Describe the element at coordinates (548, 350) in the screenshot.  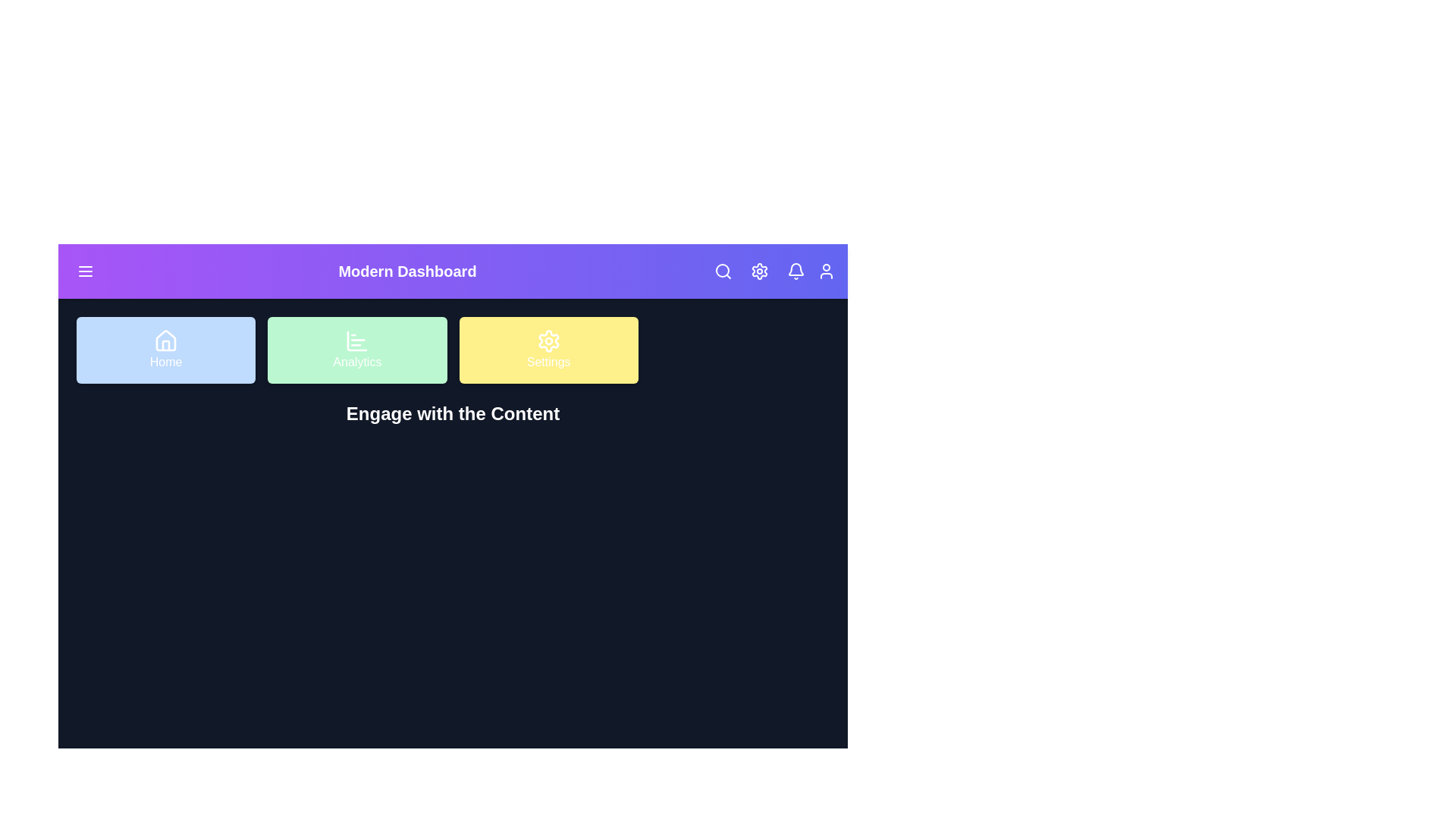
I see `the Settings button in the navigation grid` at that location.